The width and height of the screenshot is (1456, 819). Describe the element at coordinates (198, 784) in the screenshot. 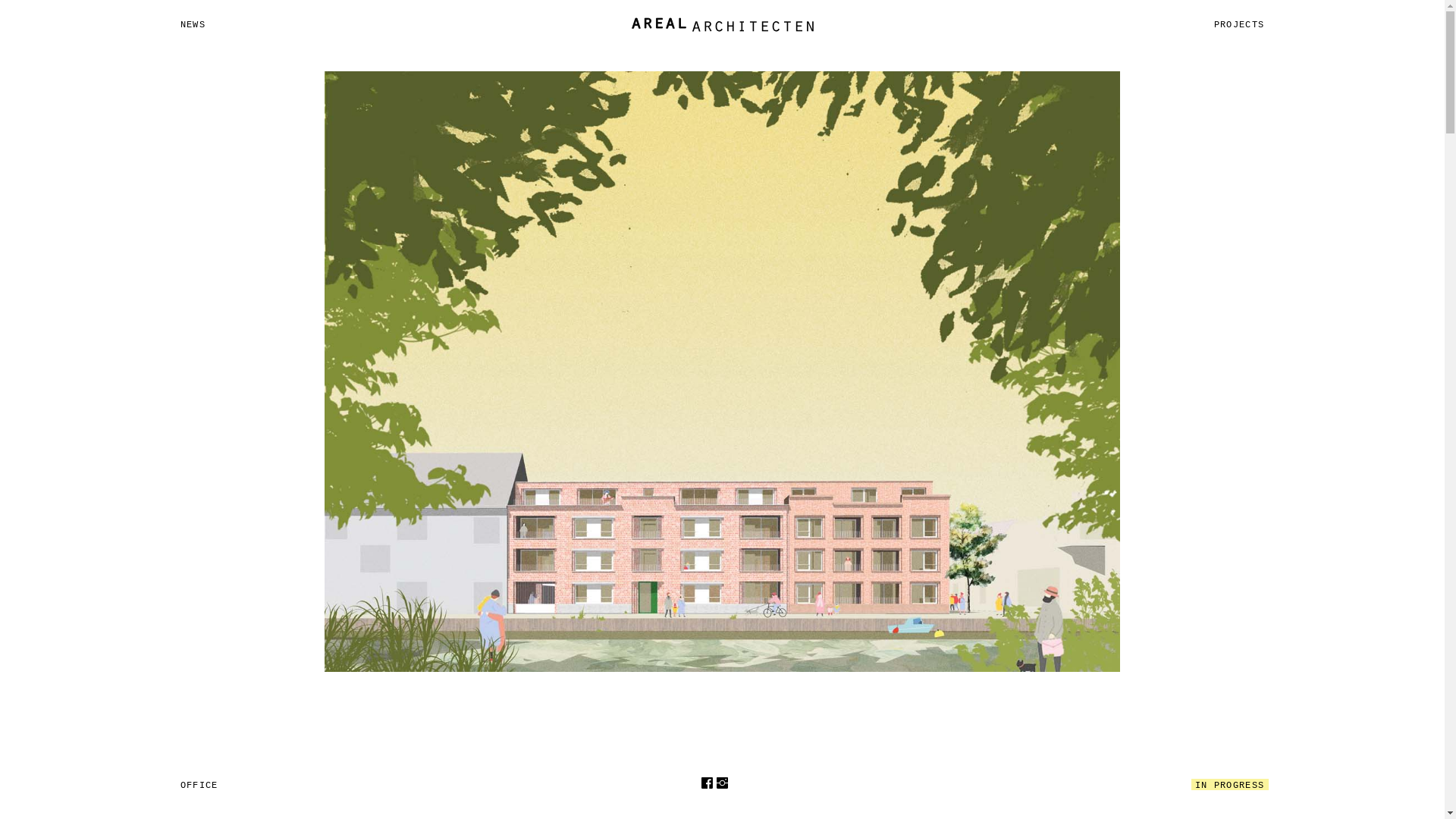

I see `'OFFICE'` at that location.